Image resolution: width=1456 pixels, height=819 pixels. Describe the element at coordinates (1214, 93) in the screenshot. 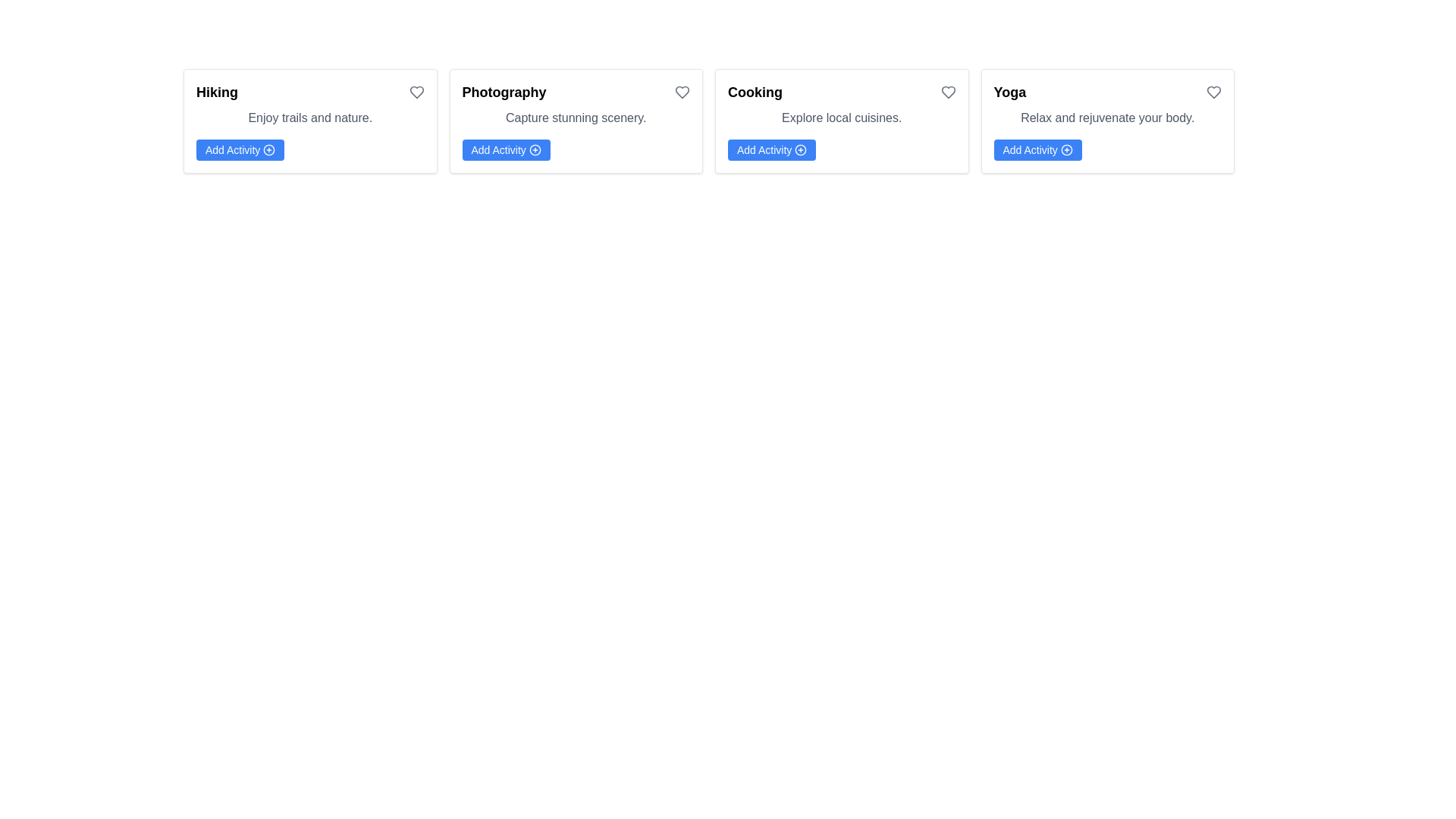

I see `the icon button that marks the 'Yoga' activity as a favorite` at that location.